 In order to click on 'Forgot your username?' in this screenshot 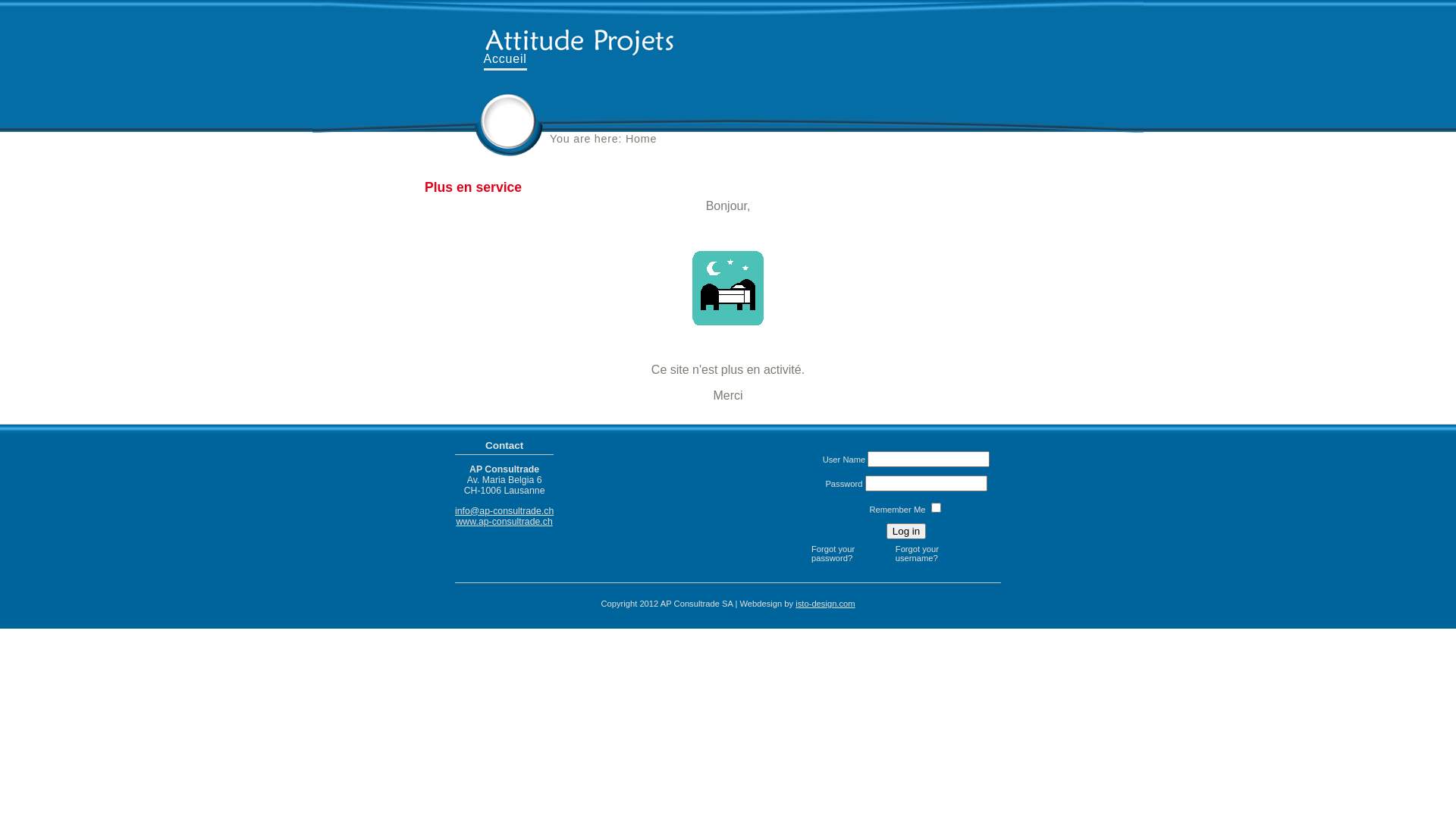, I will do `click(933, 553)`.